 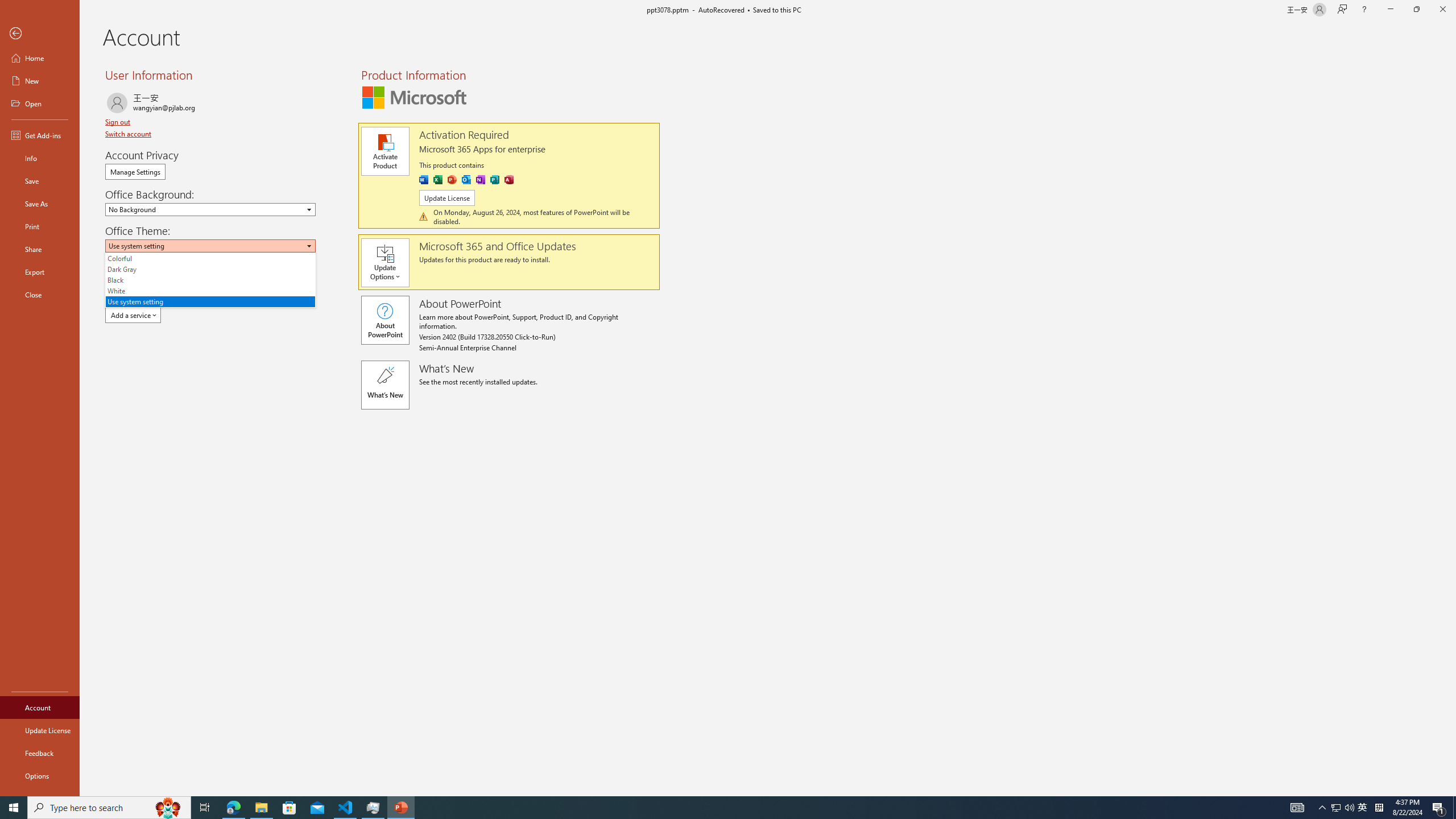 I want to click on 'Notification Chevron', so click(x=1322, y=806).